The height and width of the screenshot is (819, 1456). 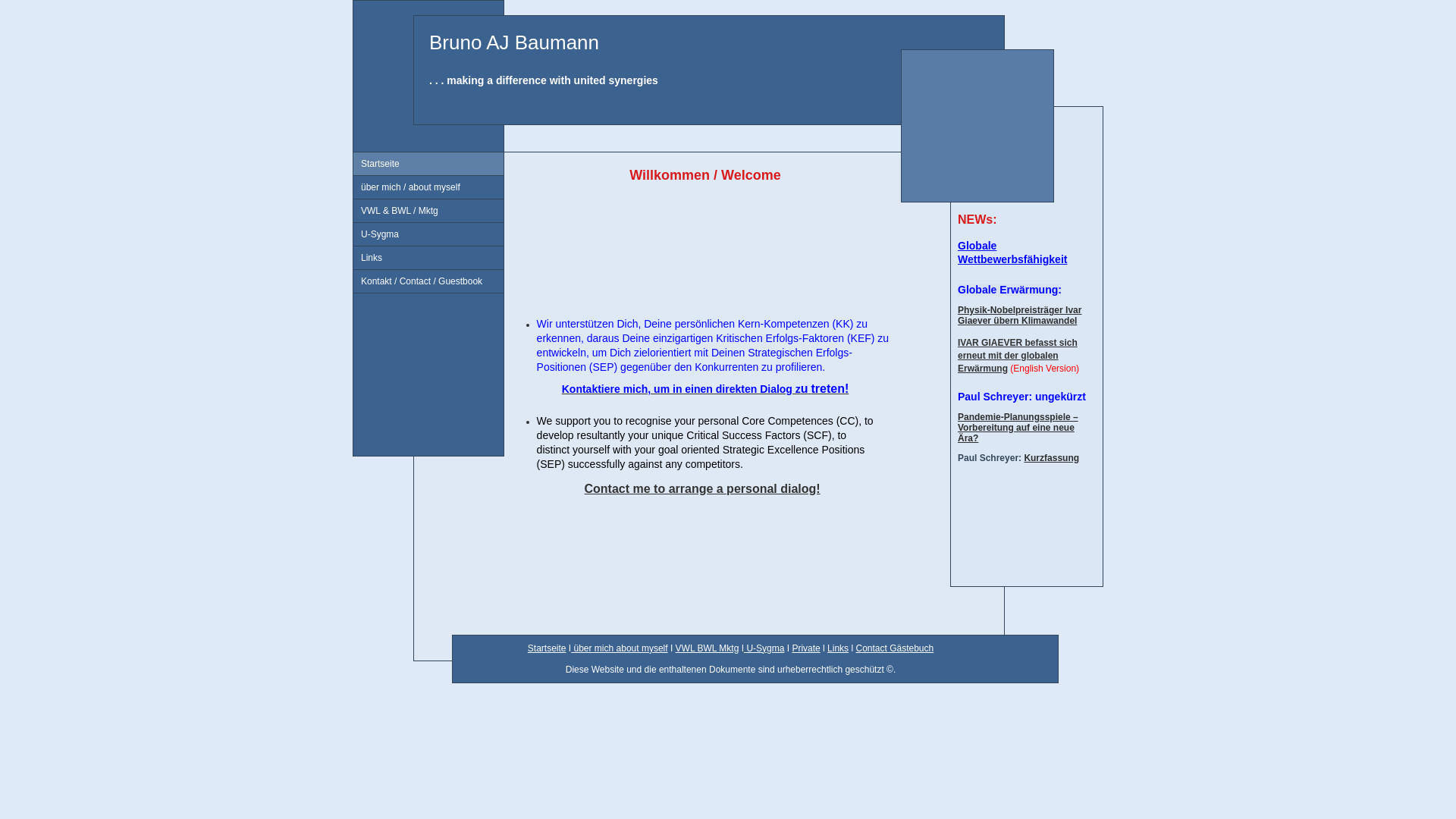 I want to click on 'Links', so click(x=352, y=257).